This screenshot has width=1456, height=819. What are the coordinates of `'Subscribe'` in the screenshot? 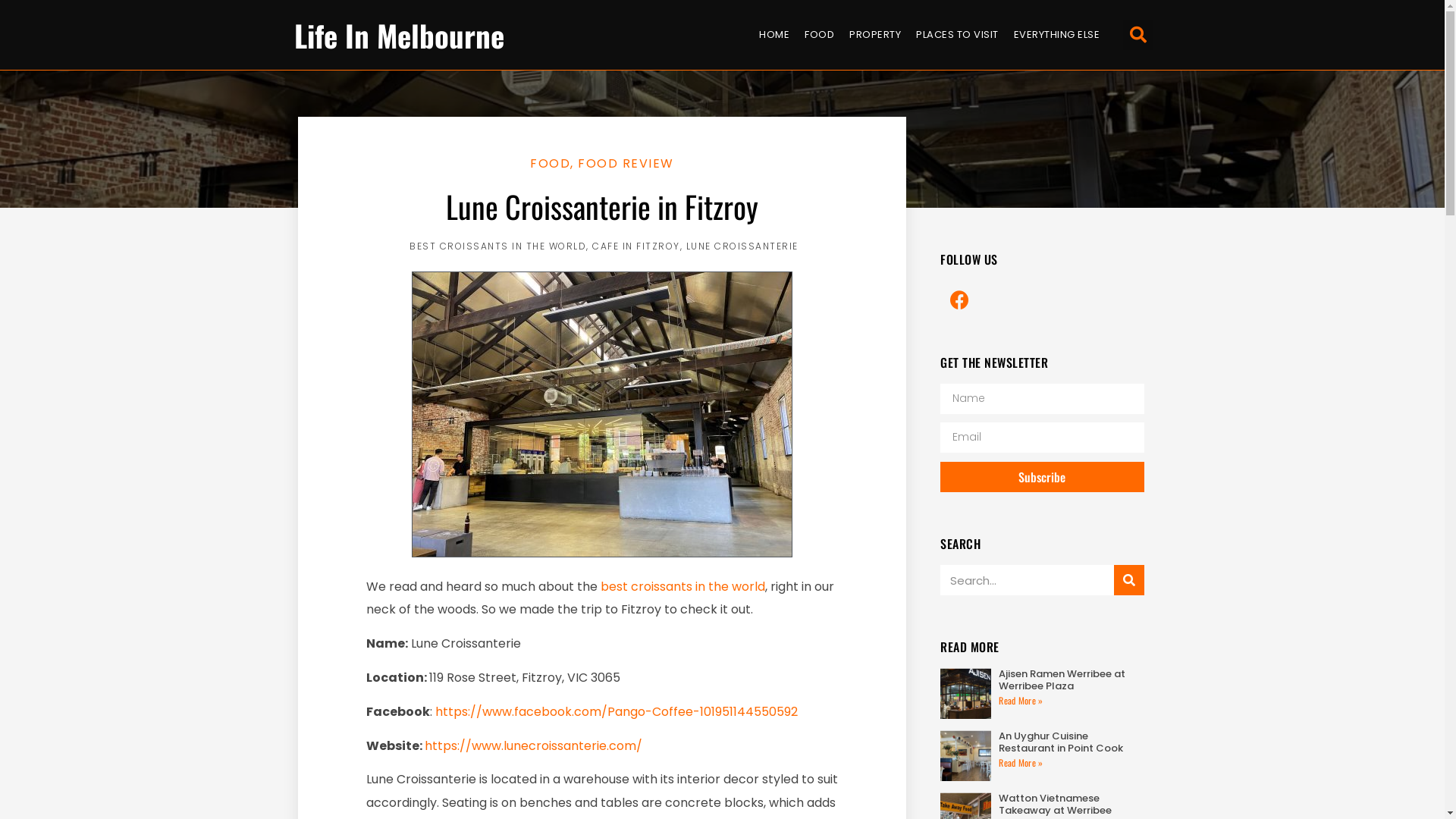 It's located at (939, 475).